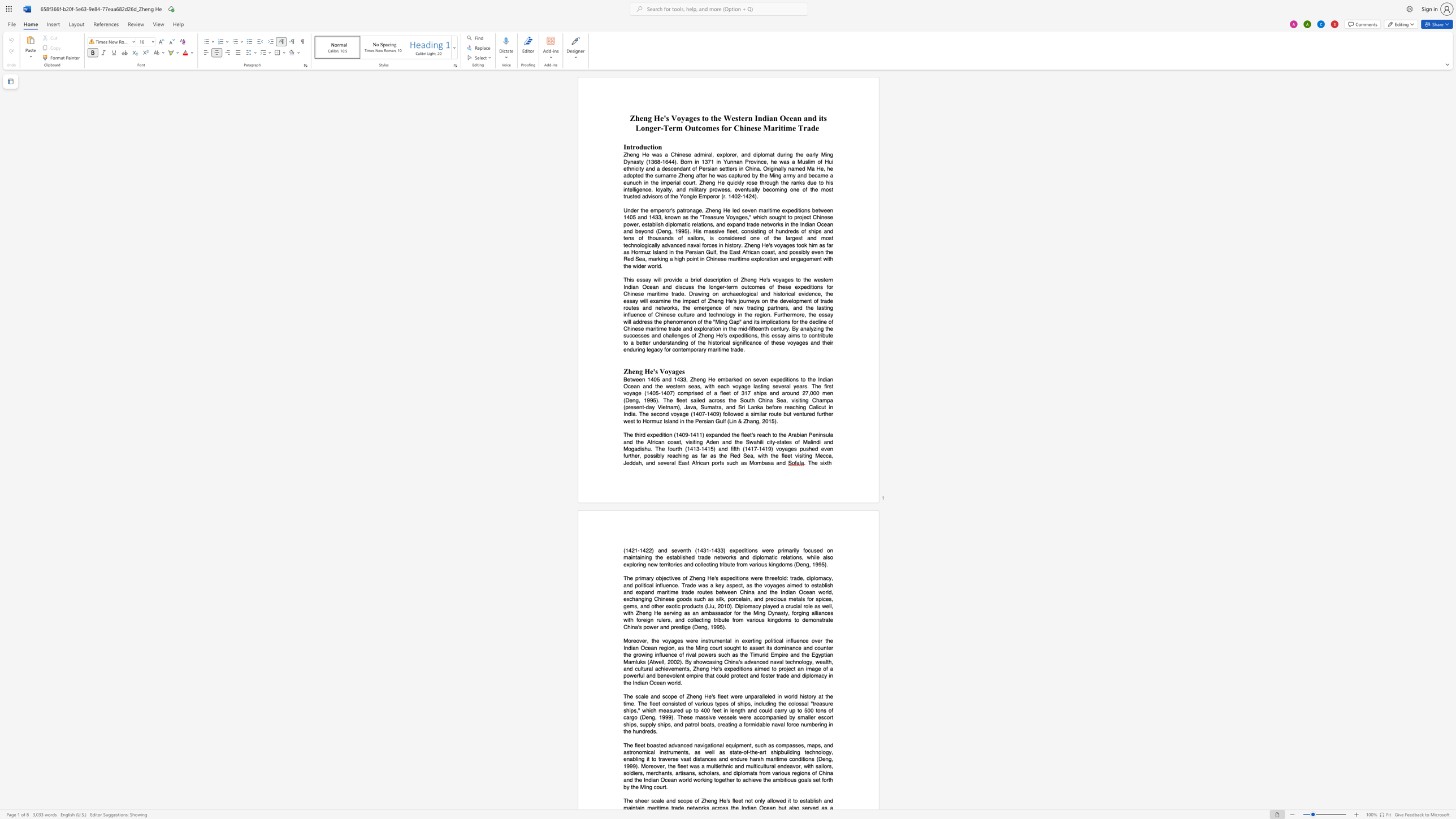 The width and height of the screenshot is (1456, 819). Describe the element at coordinates (733, 400) in the screenshot. I see `the subset text "e South China Sea, visiting Champa (present-day Vi" within the text "of a fleet of 317 ships and around 27,000 men (Deng, 1995). The fleet sailed across the South China Sea, visiting Champa (present-day Vietnam), Java, Sumatra, and Sri Lanka before reaching"` at that location.